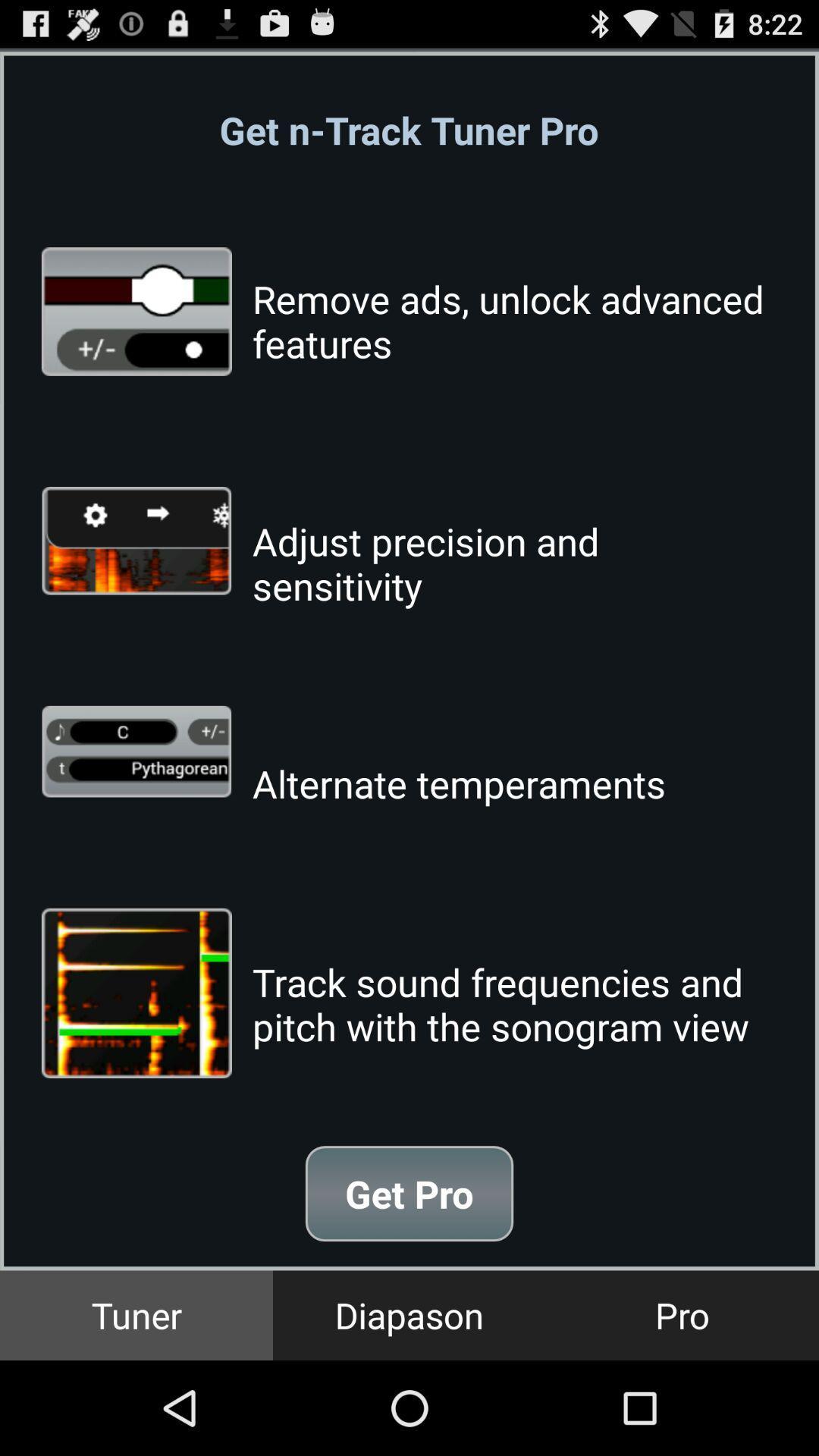 This screenshot has height=1456, width=819. Describe the element at coordinates (409, 1314) in the screenshot. I see `item next to pro` at that location.